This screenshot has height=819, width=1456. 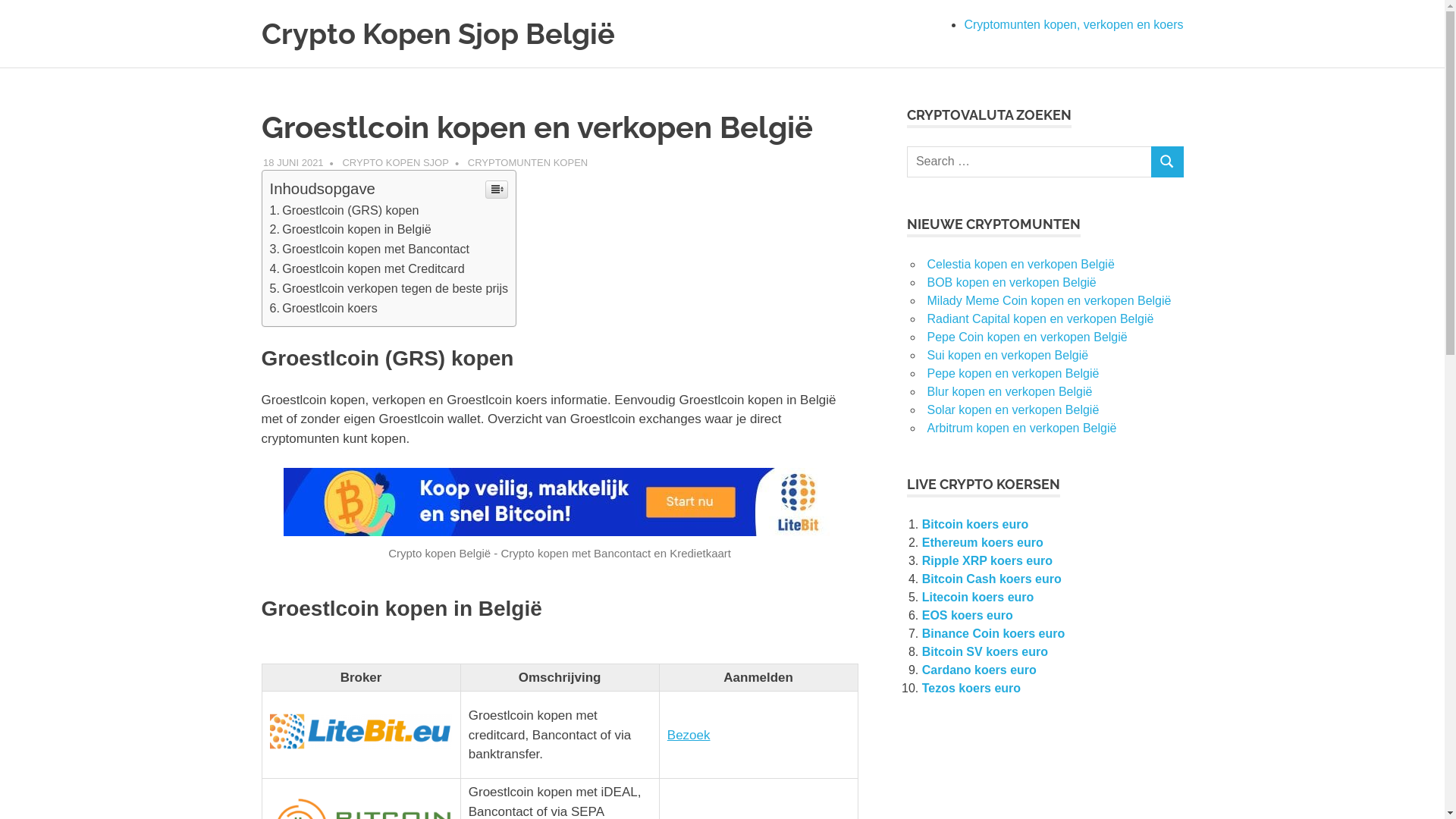 I want to click on 'Search for:', so click(x=1029, y=162).